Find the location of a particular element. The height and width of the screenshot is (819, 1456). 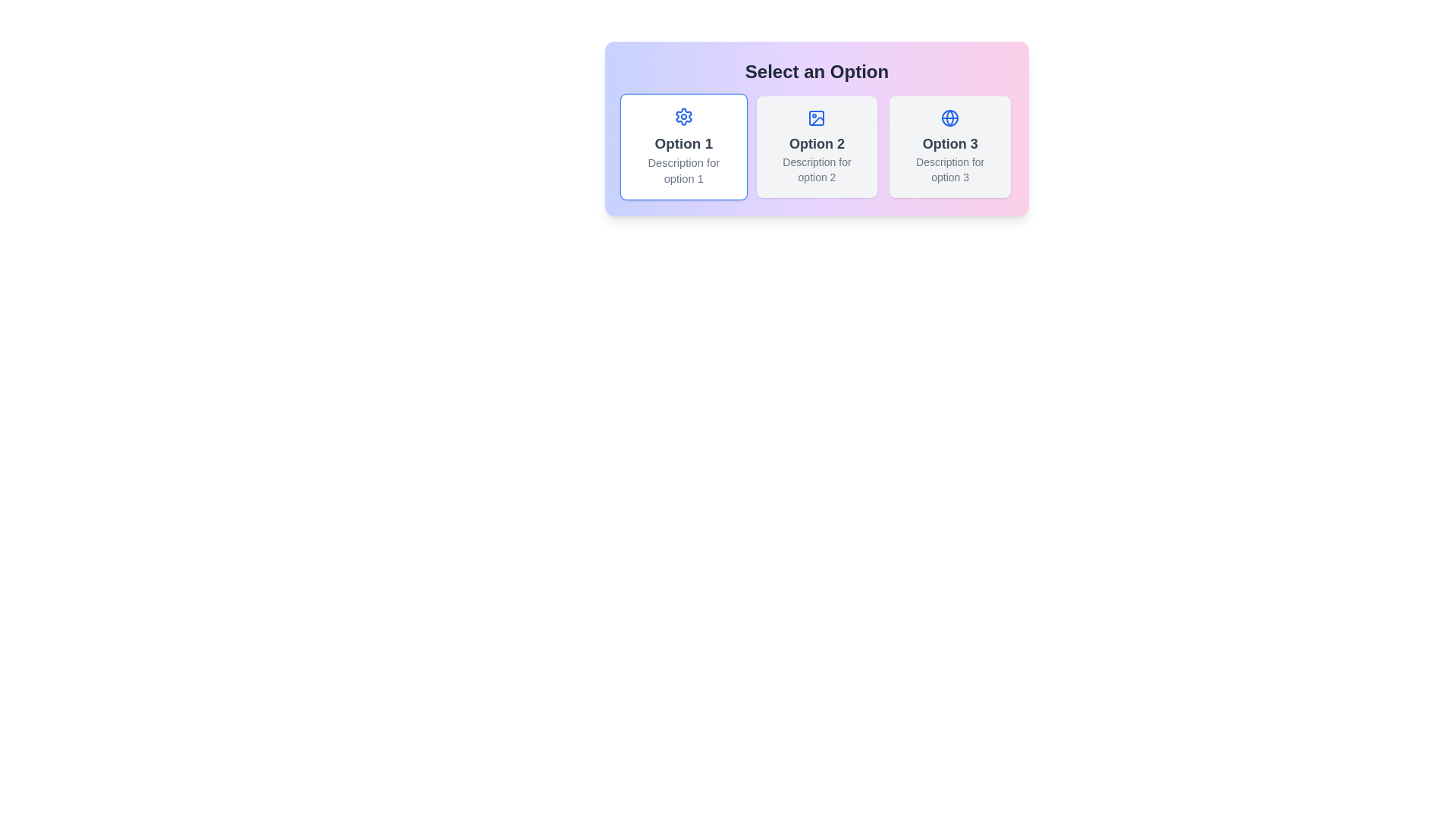

the visual icon above the text 'Option 2' within the second selection card to enhance its recognizability is located at coordinates (816, 117).